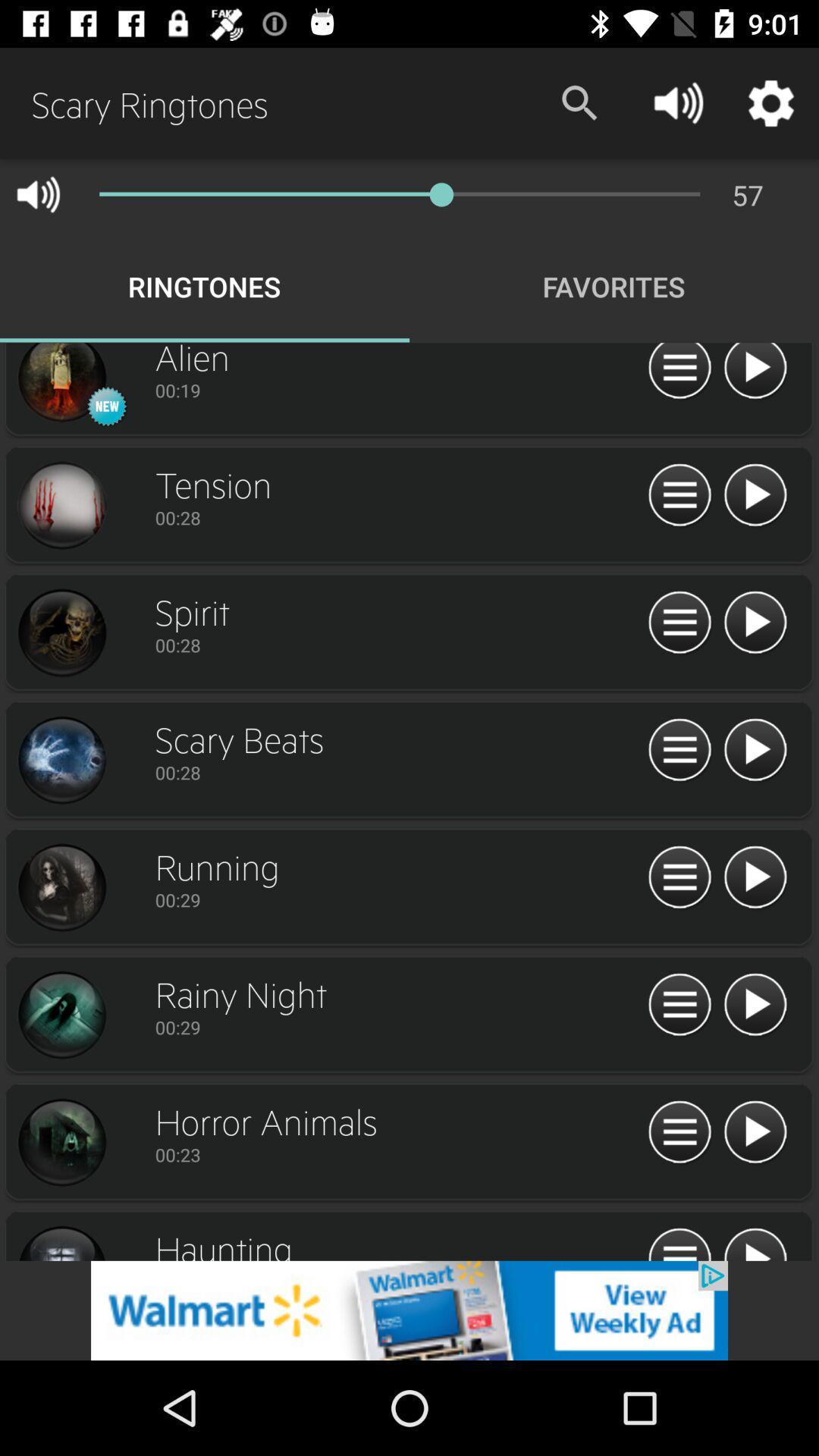 The image size is (819, 1456). Describe the element at coordinates (61, 633) in the screenshot. I see `artist` at that location.